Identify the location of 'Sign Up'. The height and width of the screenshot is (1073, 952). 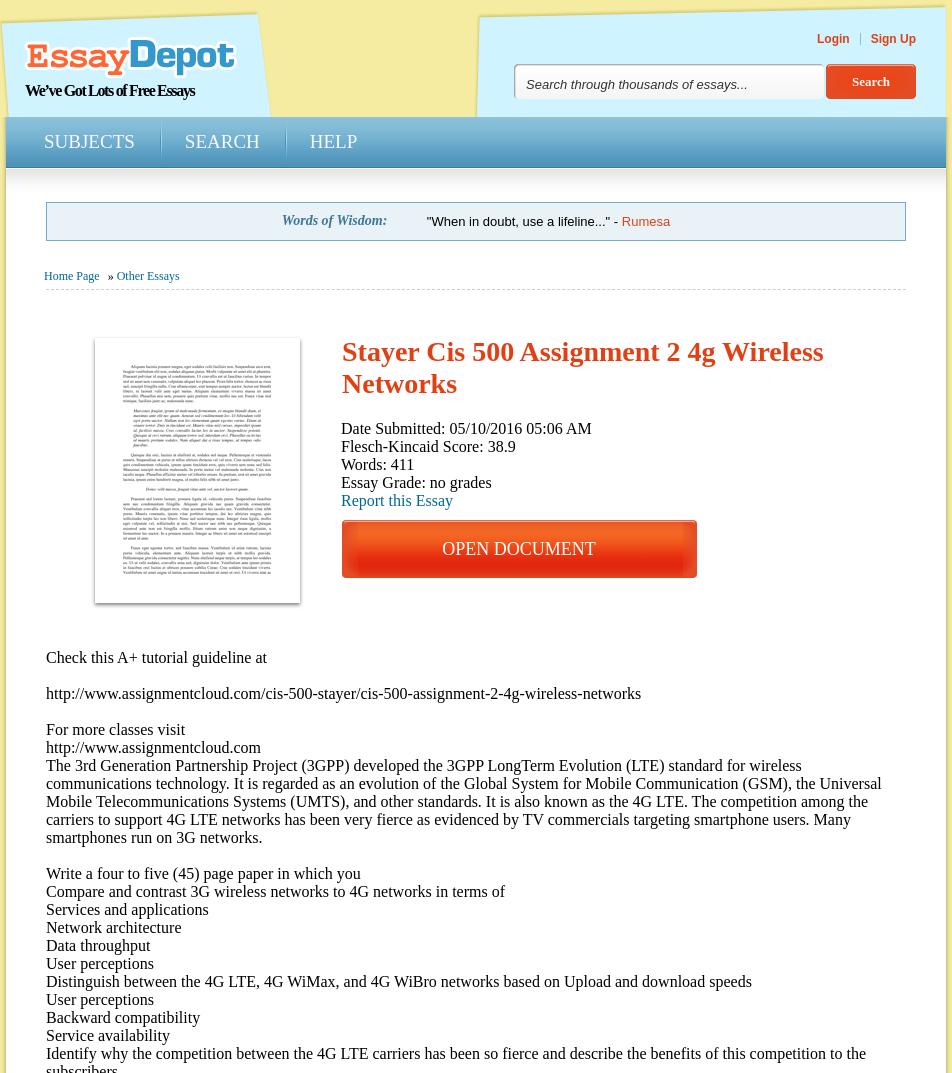
(892, 37).